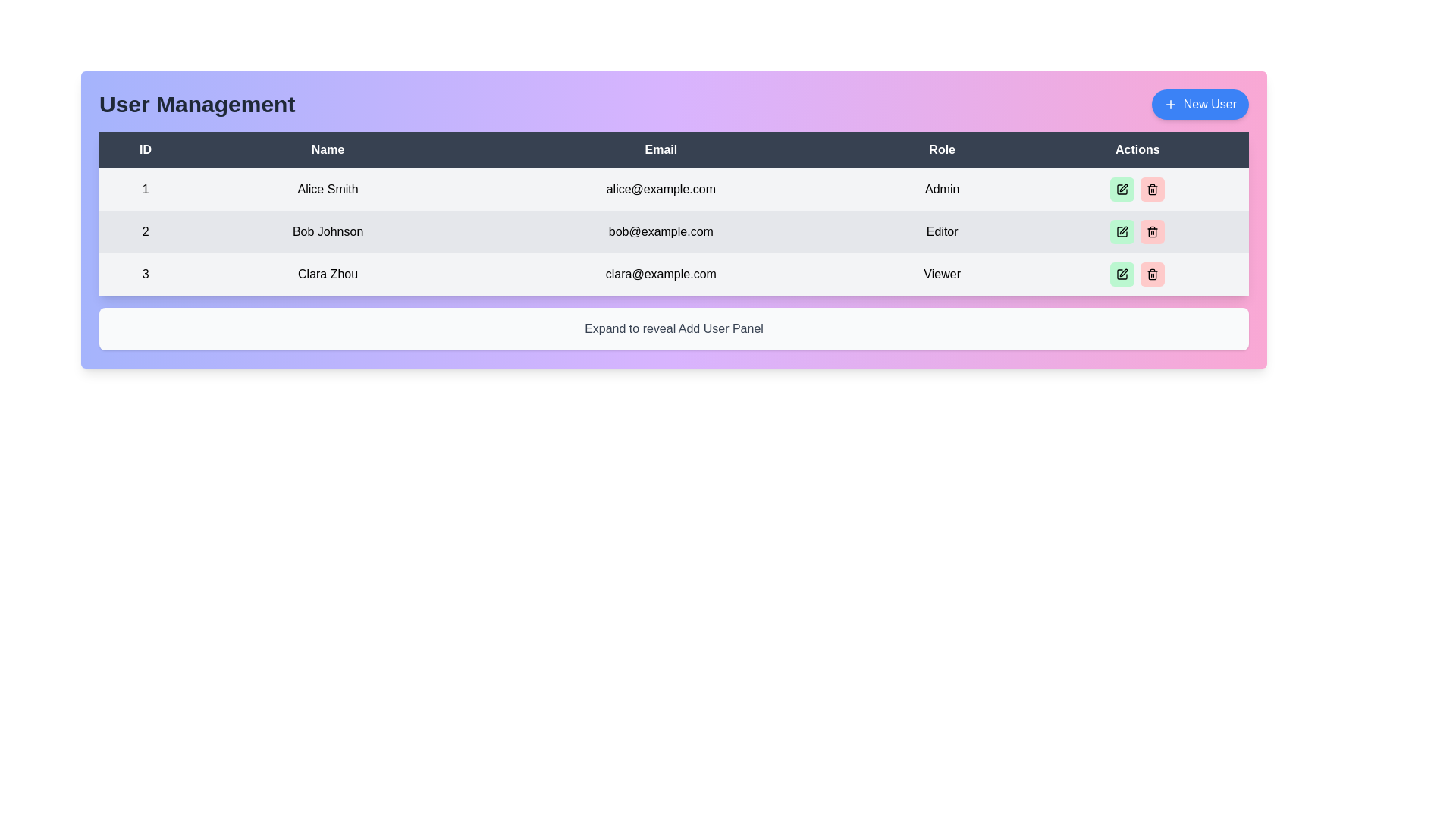  Describe the element at coordinates (327, 189) in the screenshot. I see `the read-only text label displaying the name 'Alice Smith' in the first row of the table within the 'Name' column` at that location.